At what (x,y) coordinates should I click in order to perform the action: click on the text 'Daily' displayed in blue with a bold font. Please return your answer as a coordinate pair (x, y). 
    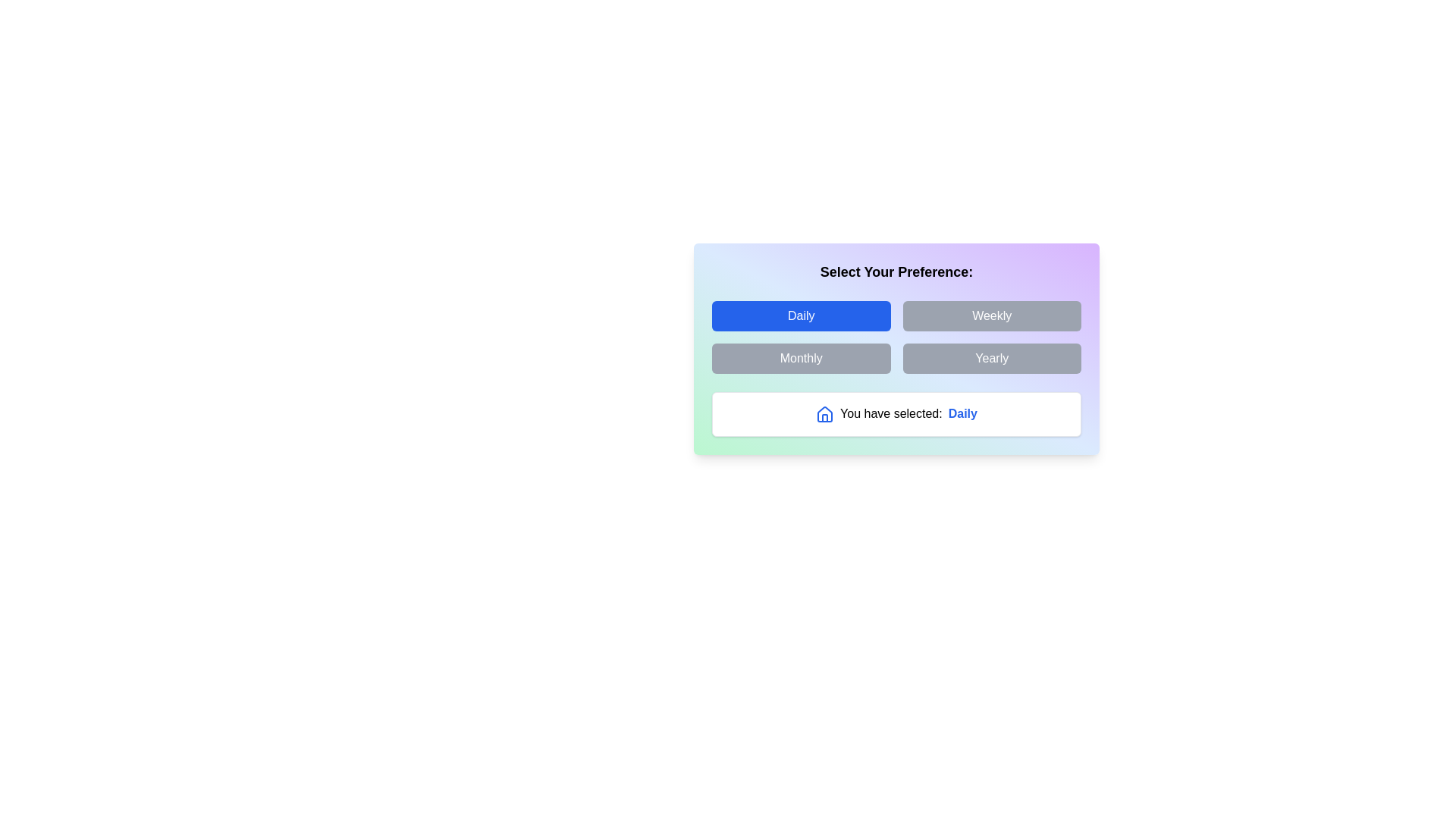
    Looking at the image, I should click on (962, 413).